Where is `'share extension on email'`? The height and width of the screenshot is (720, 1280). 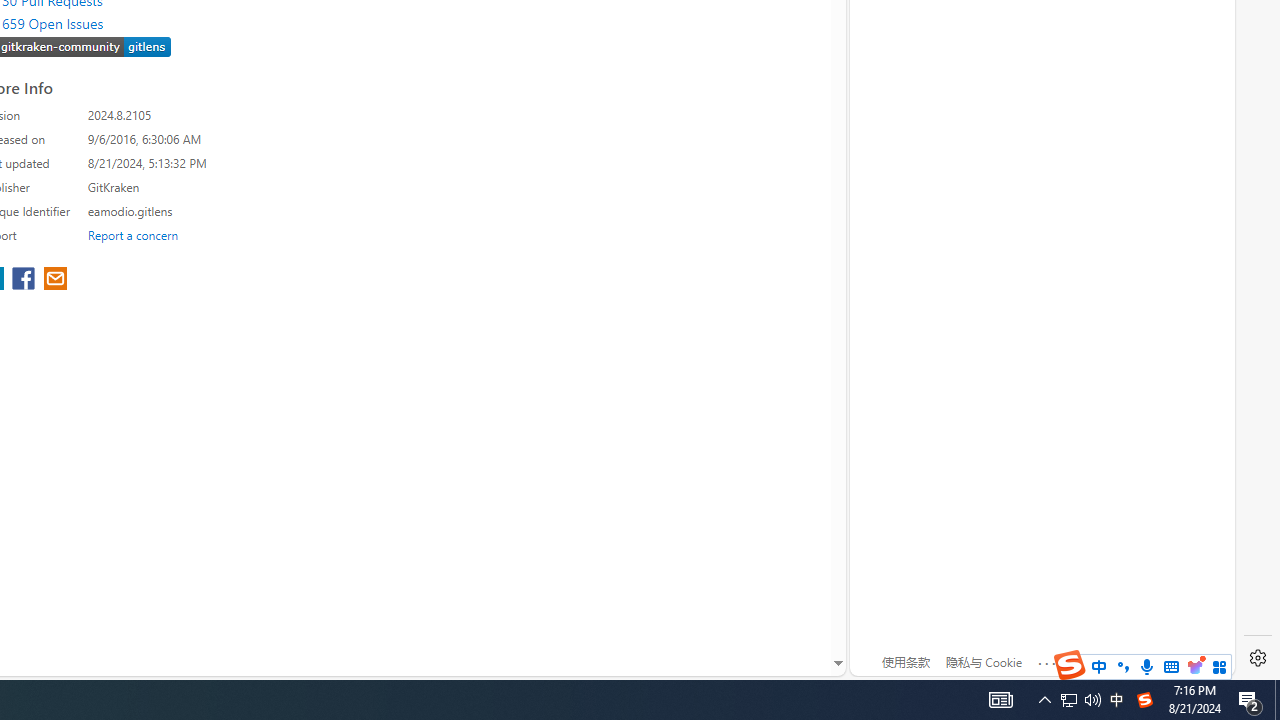
'share extension on email' is located at coordinates (55, 280).